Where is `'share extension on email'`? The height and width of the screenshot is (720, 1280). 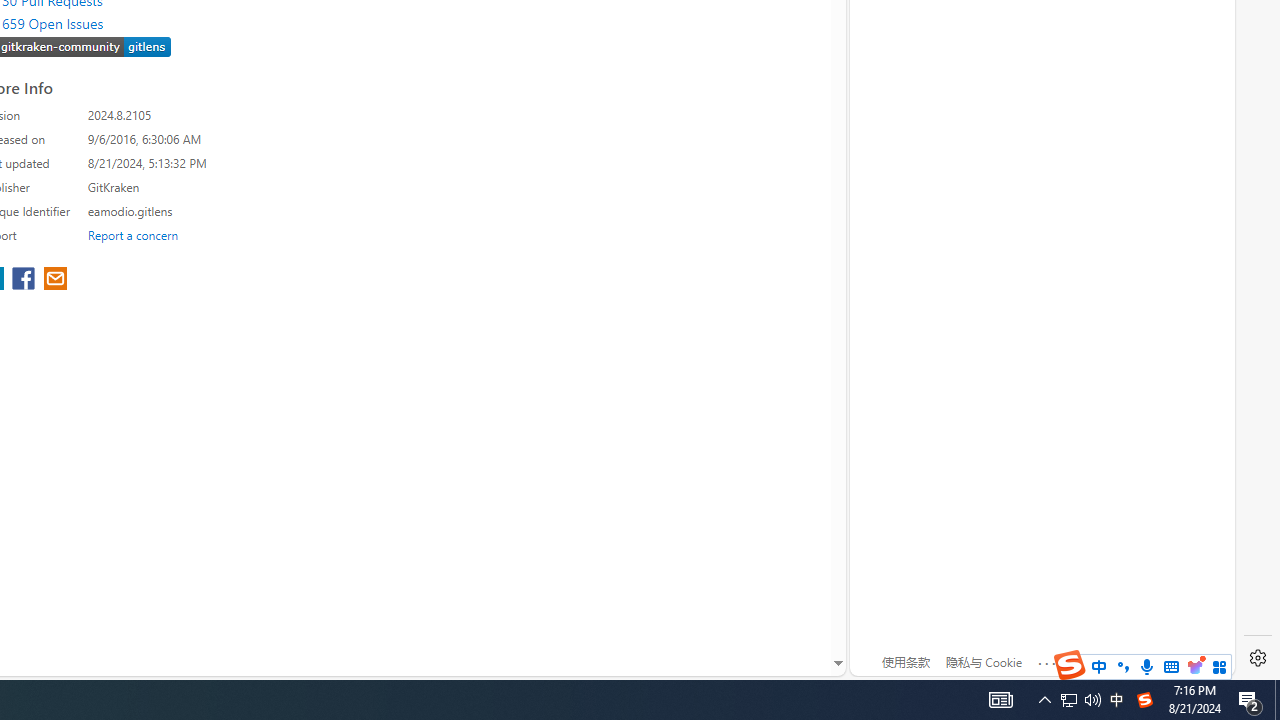
'share extension on email' is located at coordinates (55, 280).